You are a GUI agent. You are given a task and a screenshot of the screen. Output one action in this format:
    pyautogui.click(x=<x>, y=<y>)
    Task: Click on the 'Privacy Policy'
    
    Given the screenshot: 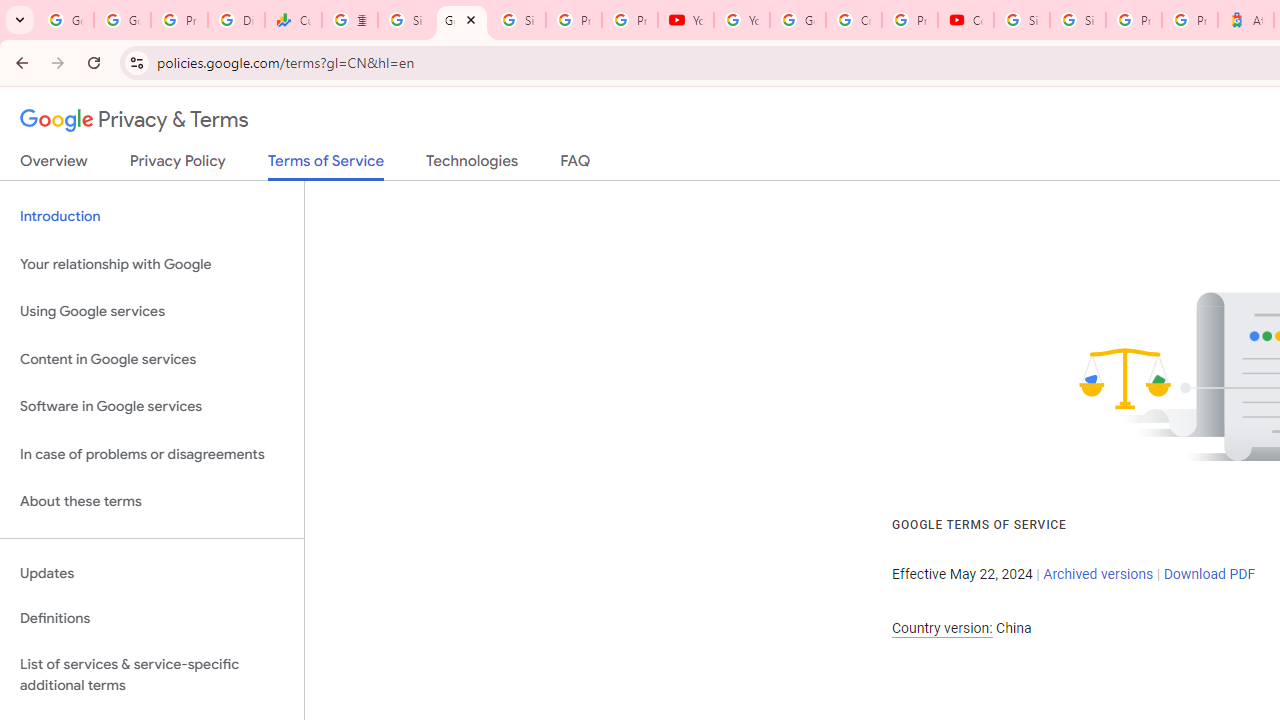 What is the action you would take?
    pyautogui.click(x=177, y=164)
    